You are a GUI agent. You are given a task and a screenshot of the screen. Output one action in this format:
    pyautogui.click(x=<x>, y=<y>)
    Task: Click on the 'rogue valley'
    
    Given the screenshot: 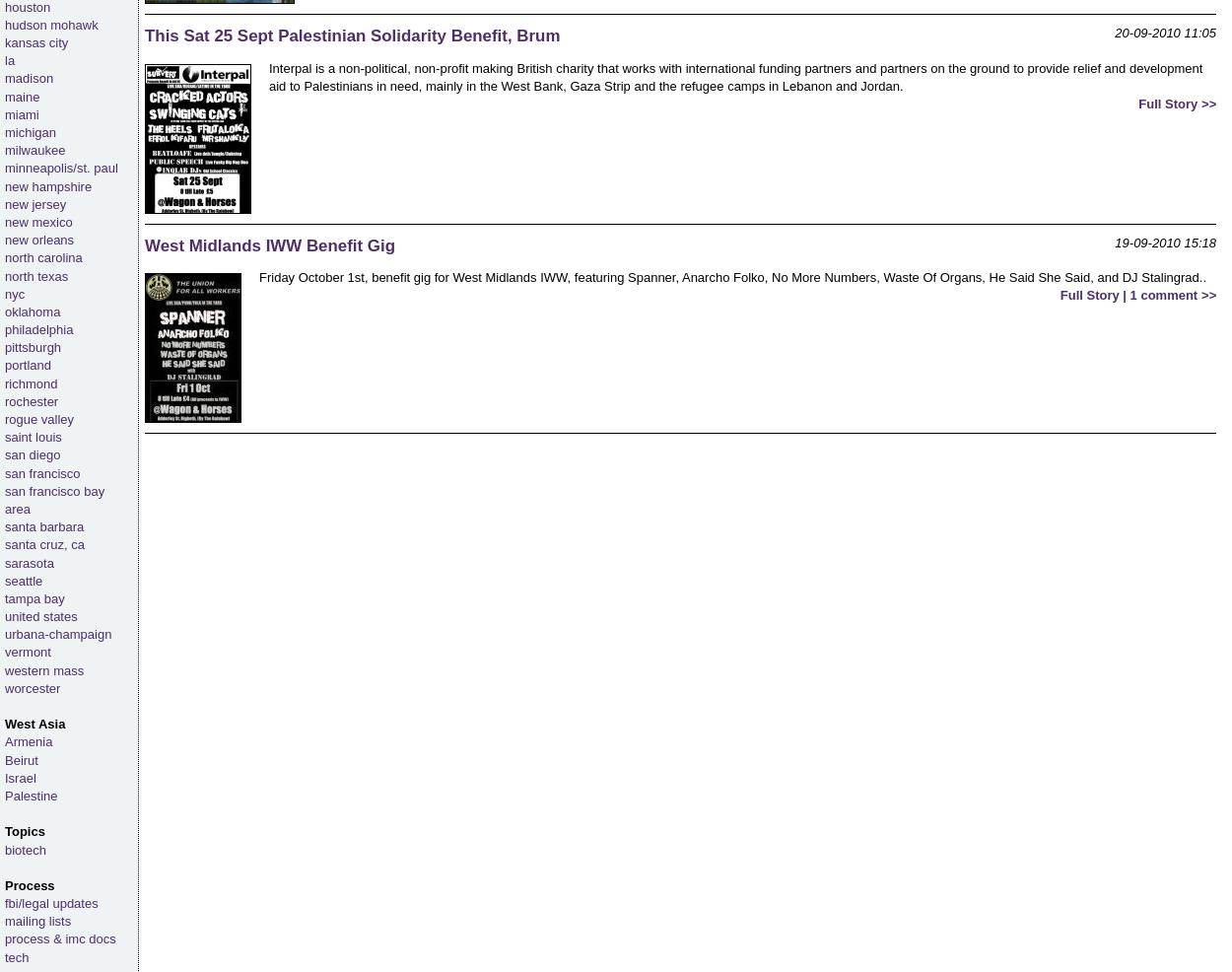 What is the action you would take?
    pyautogui.click(x=39, y=419)
    